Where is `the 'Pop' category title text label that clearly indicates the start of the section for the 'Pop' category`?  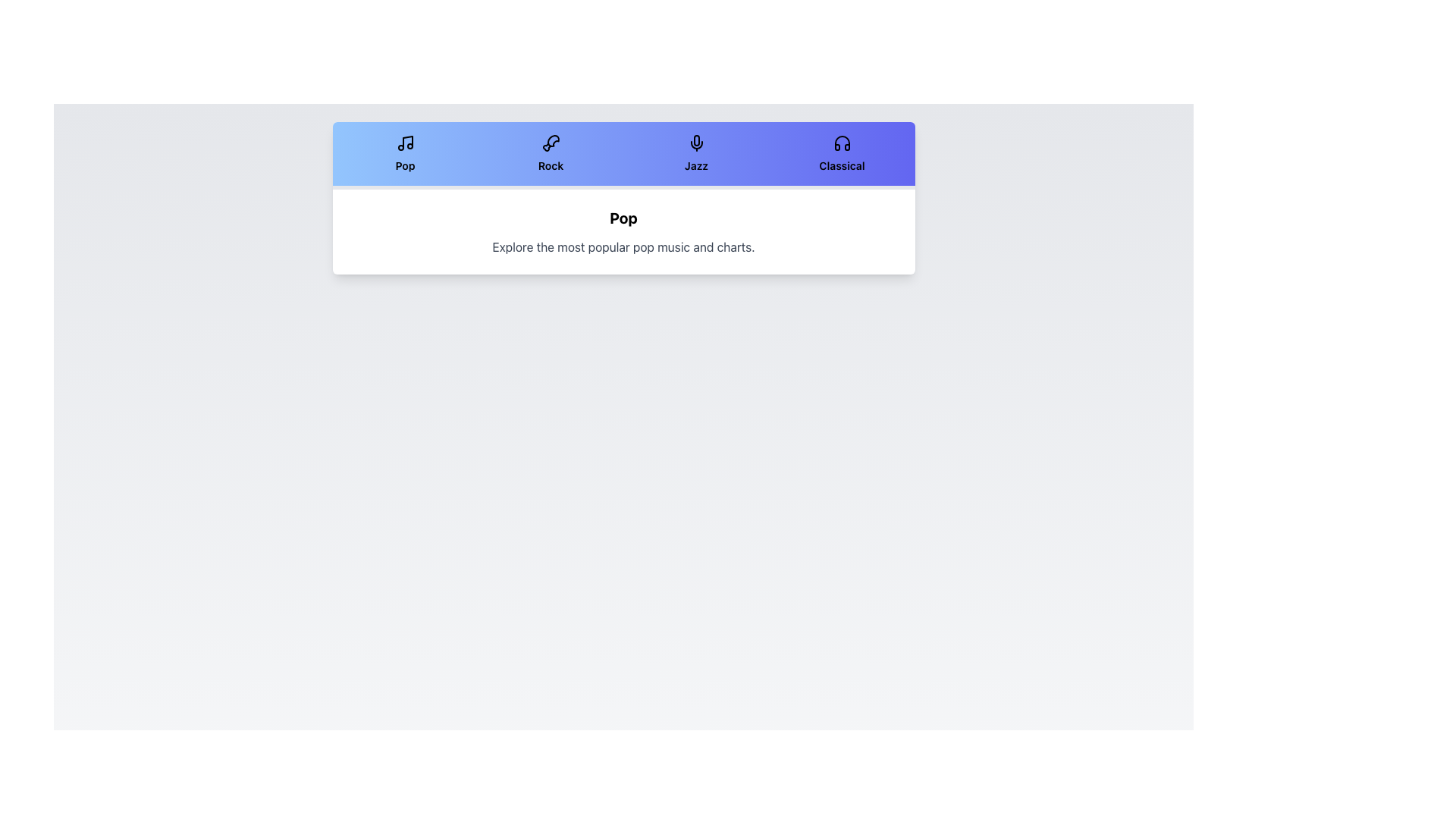
the 'Pop' category title text label that clearly indicates the start of the section for the 'Pop' category is located at coordinates (623, 218).